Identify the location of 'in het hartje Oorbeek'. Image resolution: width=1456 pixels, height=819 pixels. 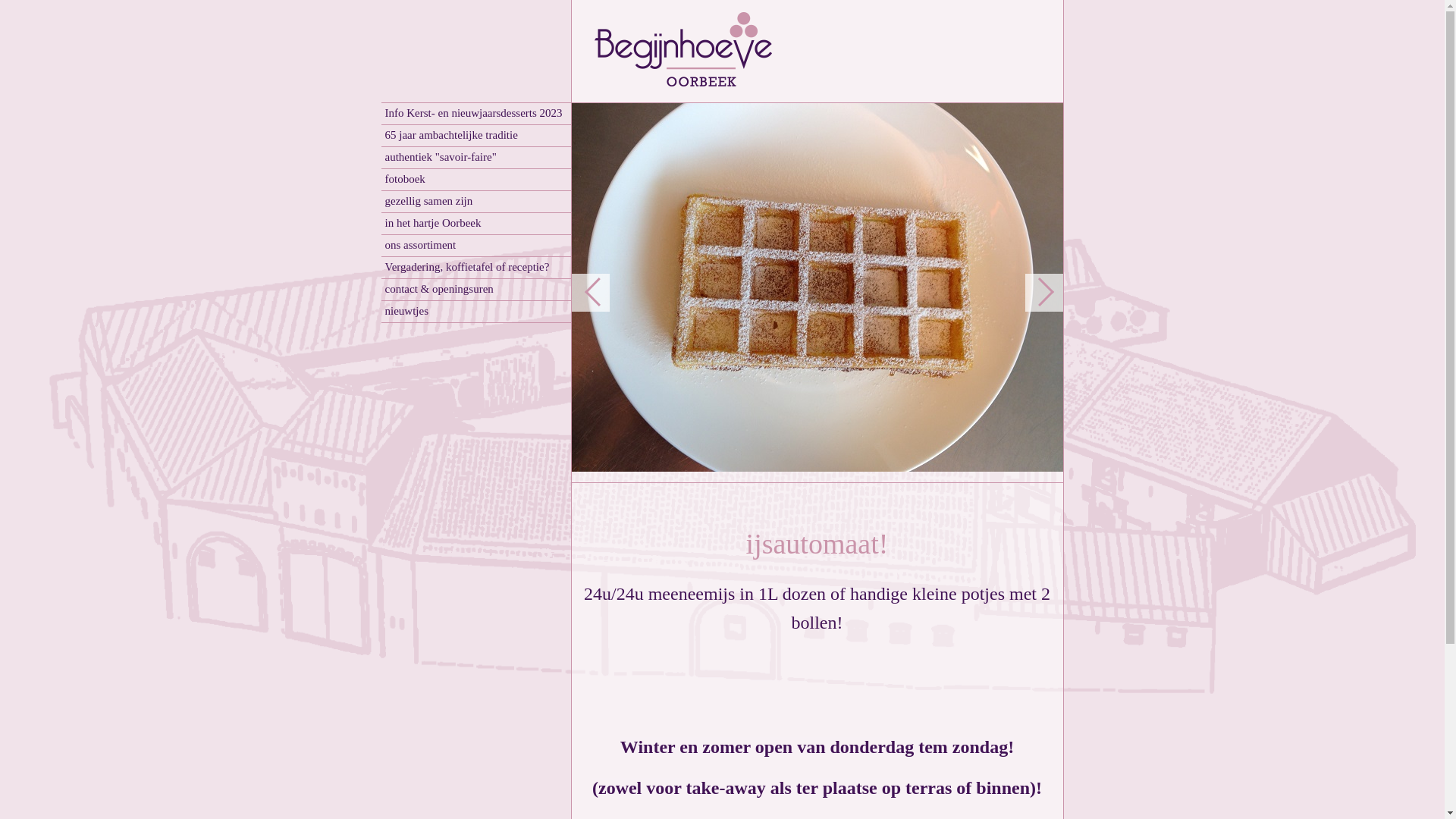
(381, 224).